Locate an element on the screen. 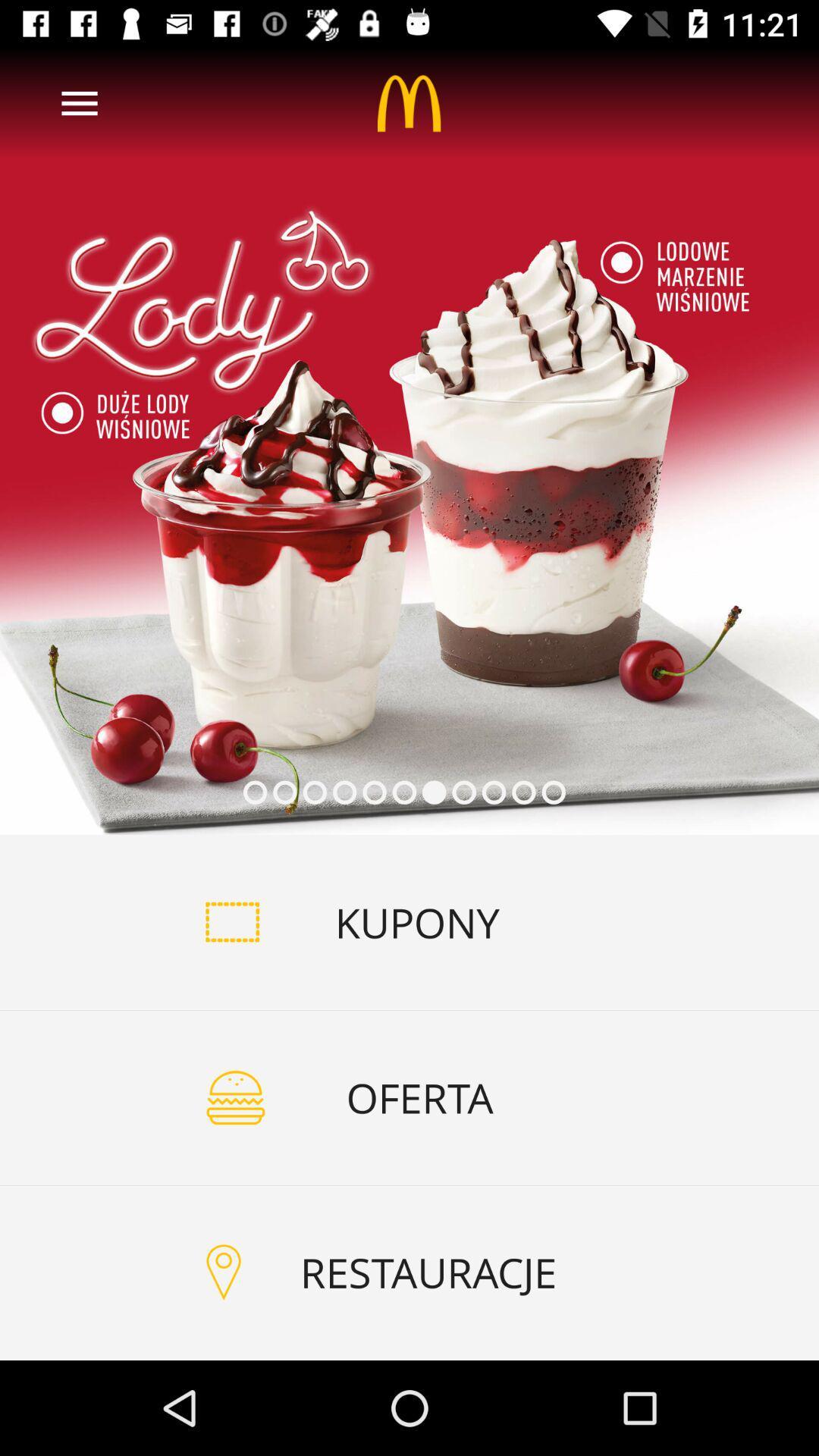 The image size is (819, 1456). previous is located at coordinates (79, 102).